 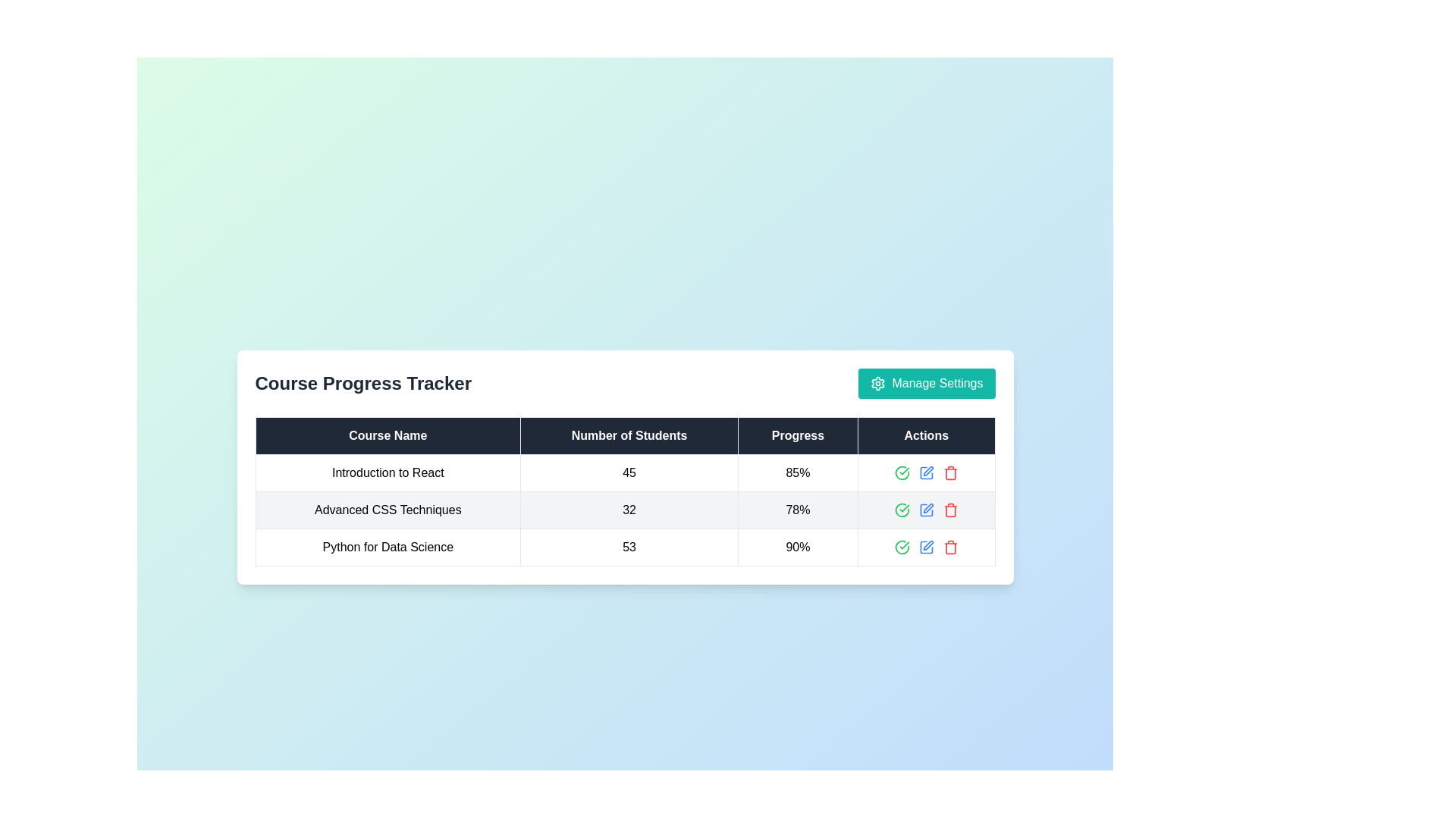 What do you see at coordinates (902, 547) in the screenshot?
I see `the decorative icon in the 'Actions' column of the last row in the 'Course Progress Tracker' table, which indicates confirmation or selection` at bounding box center [902, 547].